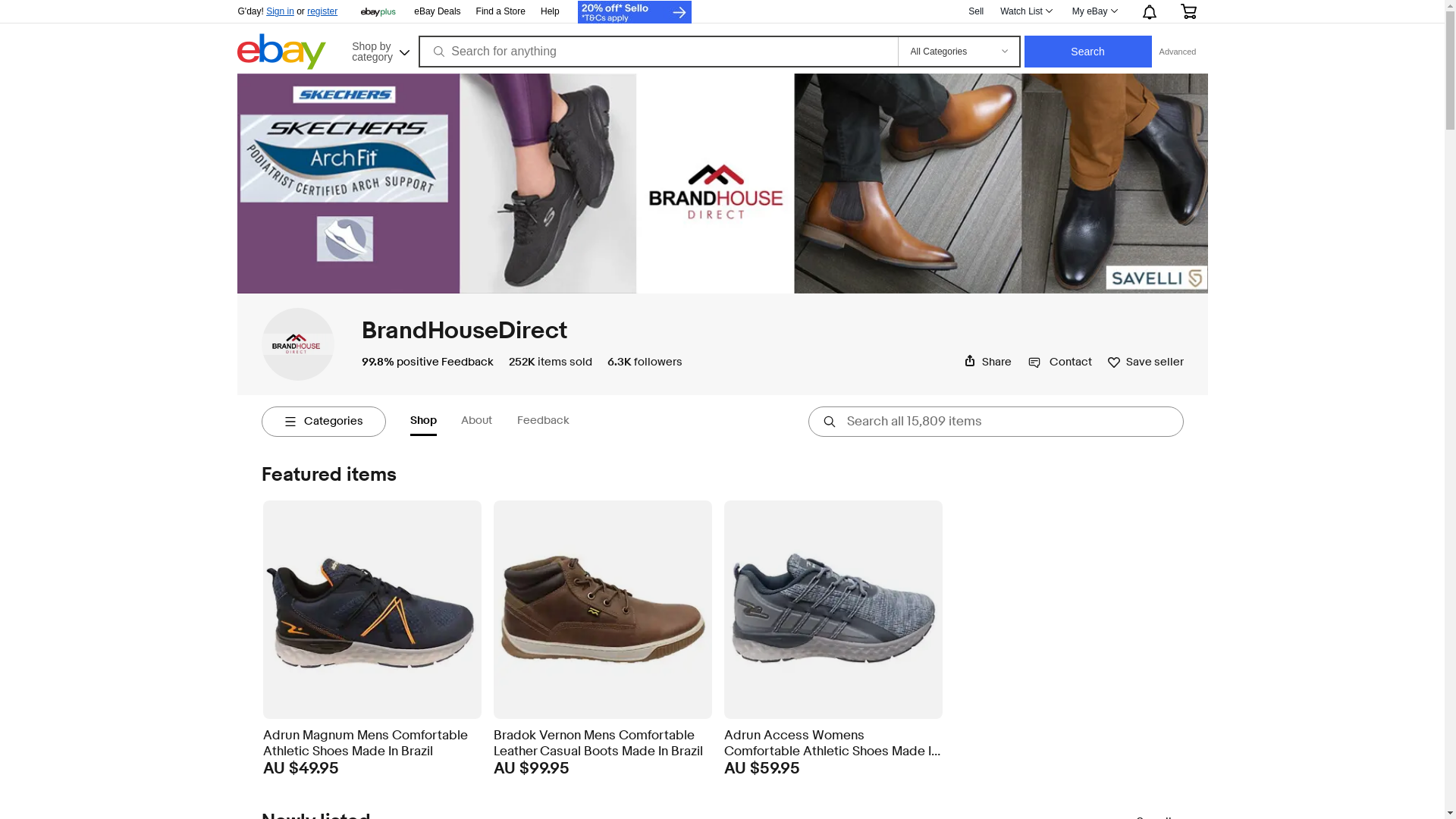 The height and width of the screenshot is (819, 1456). I want to click on 'Help', so click(549, 11).